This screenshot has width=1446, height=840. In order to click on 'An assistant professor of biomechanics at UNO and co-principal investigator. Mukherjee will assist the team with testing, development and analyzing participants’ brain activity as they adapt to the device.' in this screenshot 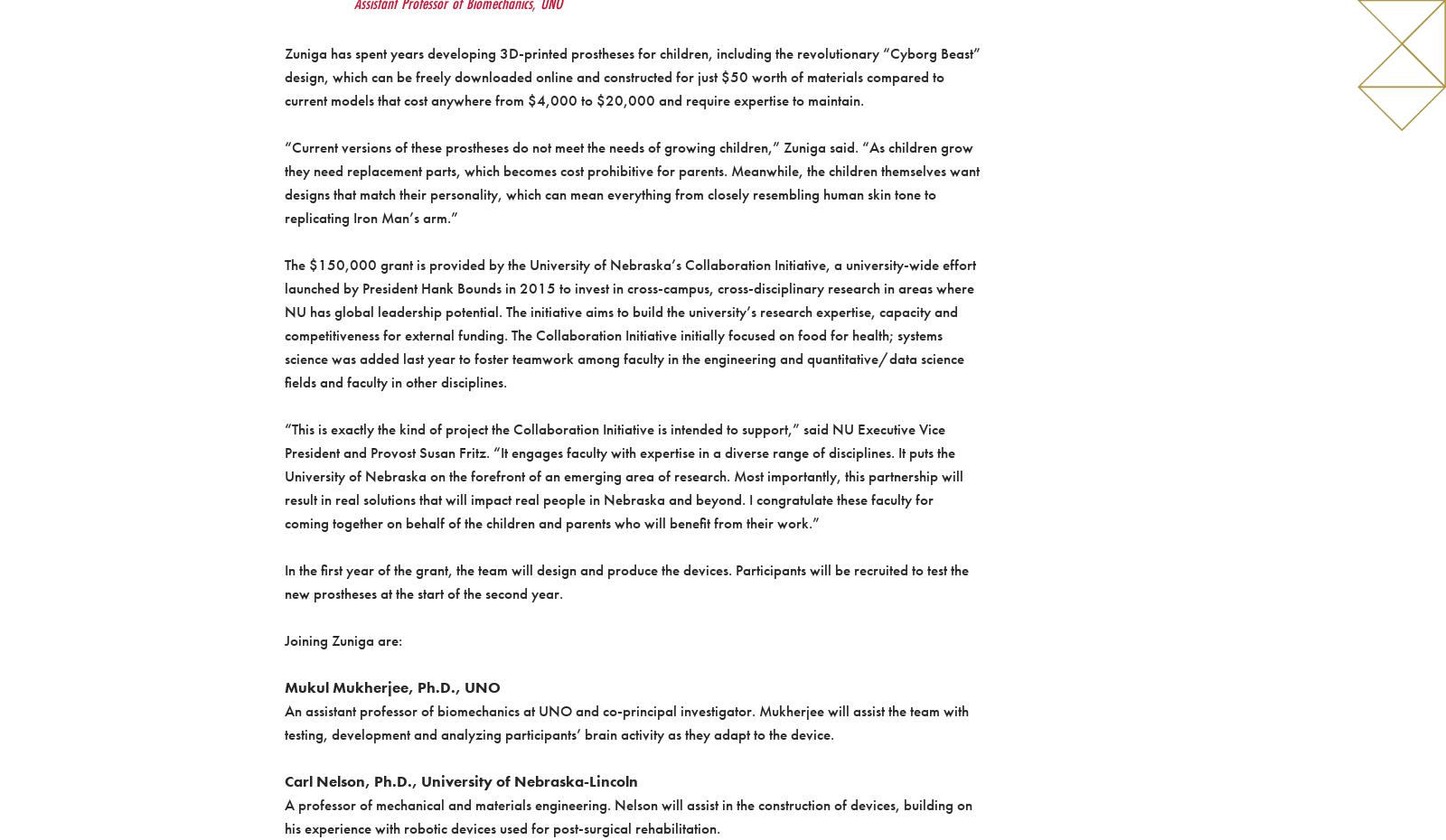, I will do `click(625, 721)`.